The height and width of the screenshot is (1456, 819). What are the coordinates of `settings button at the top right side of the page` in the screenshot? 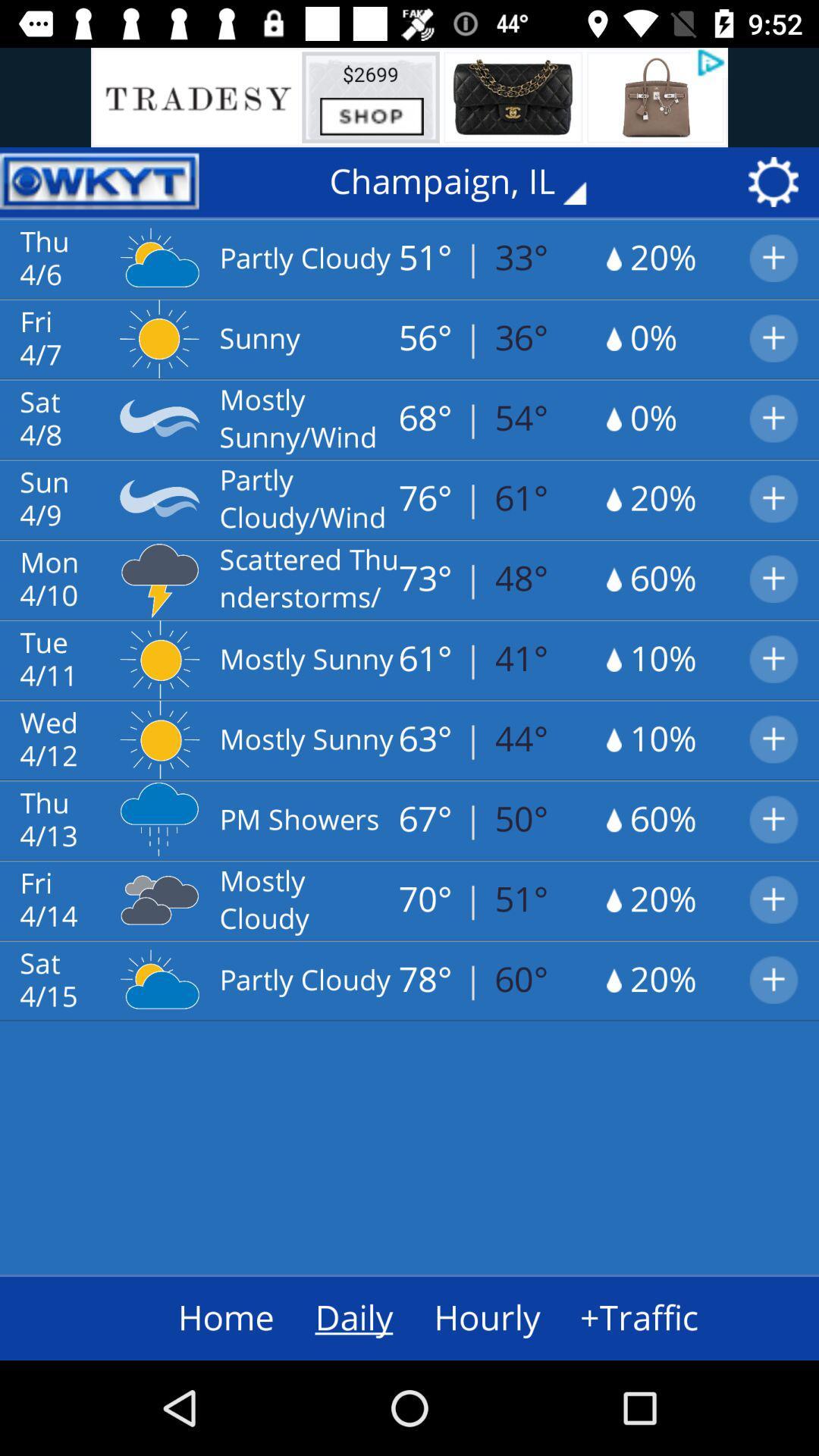 It's located at (778, 182).